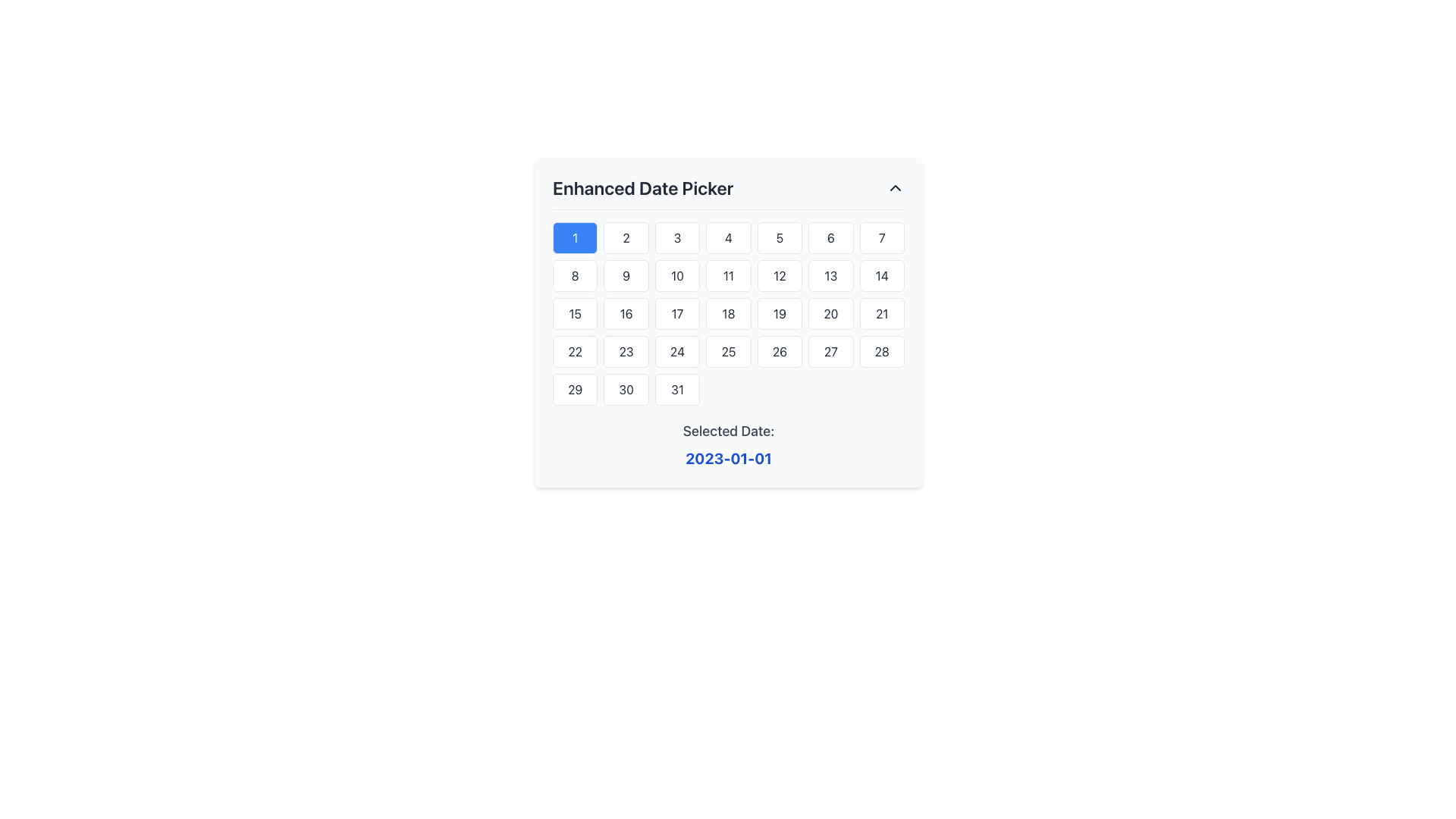  Describe the element at coordinates (728, 237) in the screenshot. I see `the fourth button in the top row of the date picker interface, which displays the number '4' on a white background` at that location.